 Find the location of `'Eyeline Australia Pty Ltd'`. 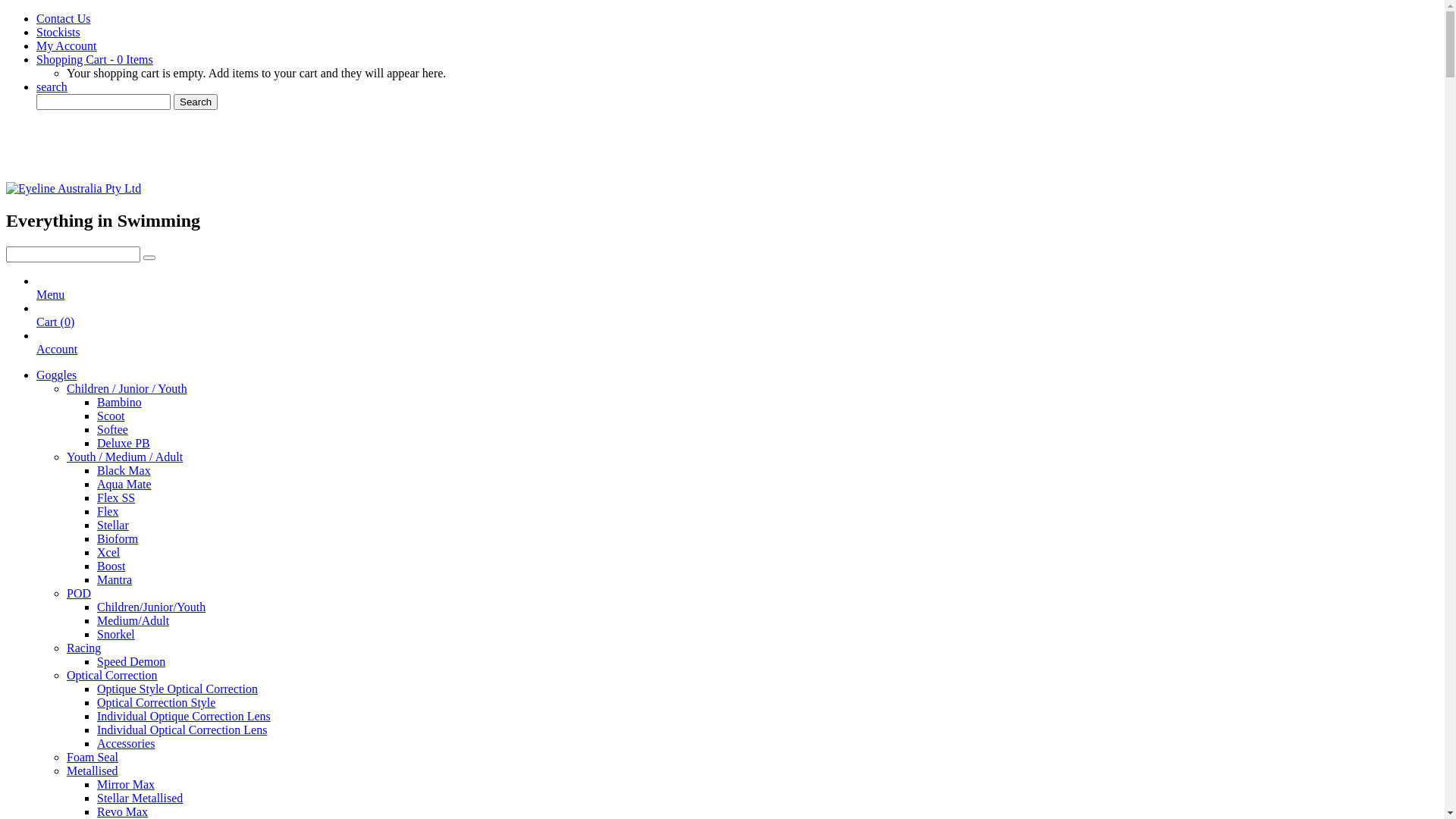

'Eyeline Australia Pty Ltd' is located at coordinates (72, 187).